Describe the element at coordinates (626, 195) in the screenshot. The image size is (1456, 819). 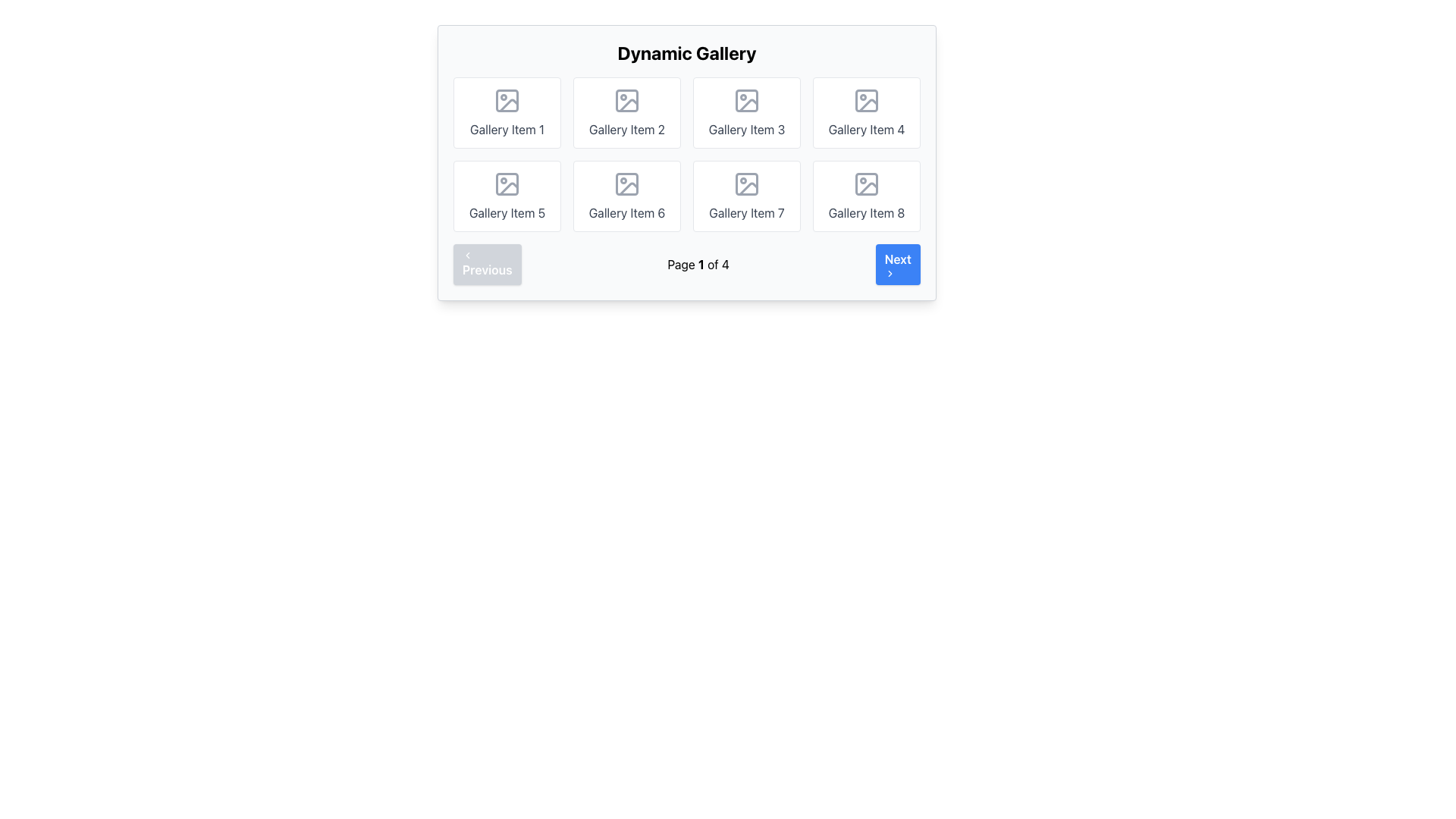
I see `the card labeled 'Gallery Item 6', which features a rounded rectangular white border, a photo icon, and gray text in a sans-serif font` at that location.